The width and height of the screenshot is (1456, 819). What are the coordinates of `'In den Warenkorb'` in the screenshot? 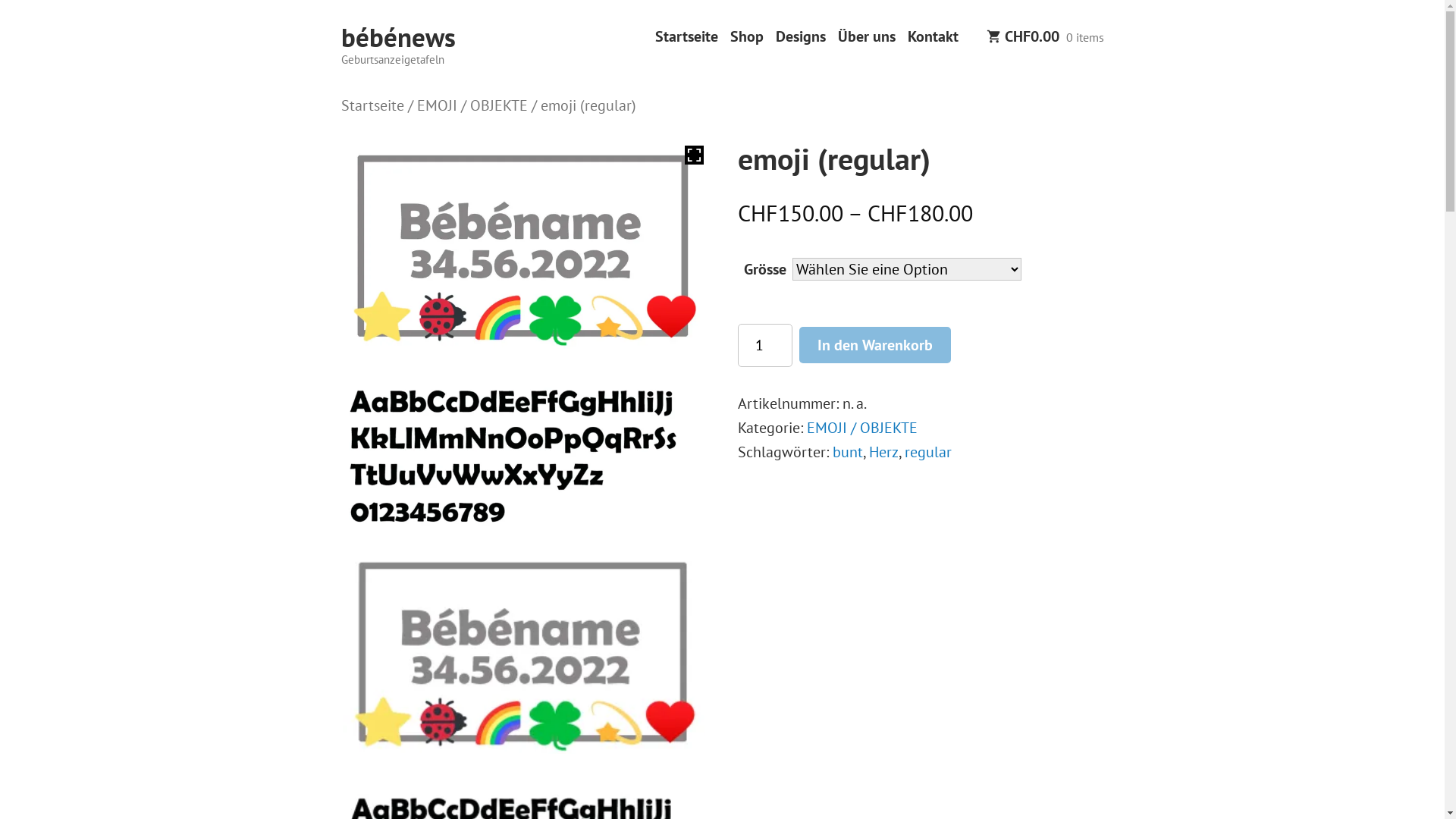 It's located at (799, 344).